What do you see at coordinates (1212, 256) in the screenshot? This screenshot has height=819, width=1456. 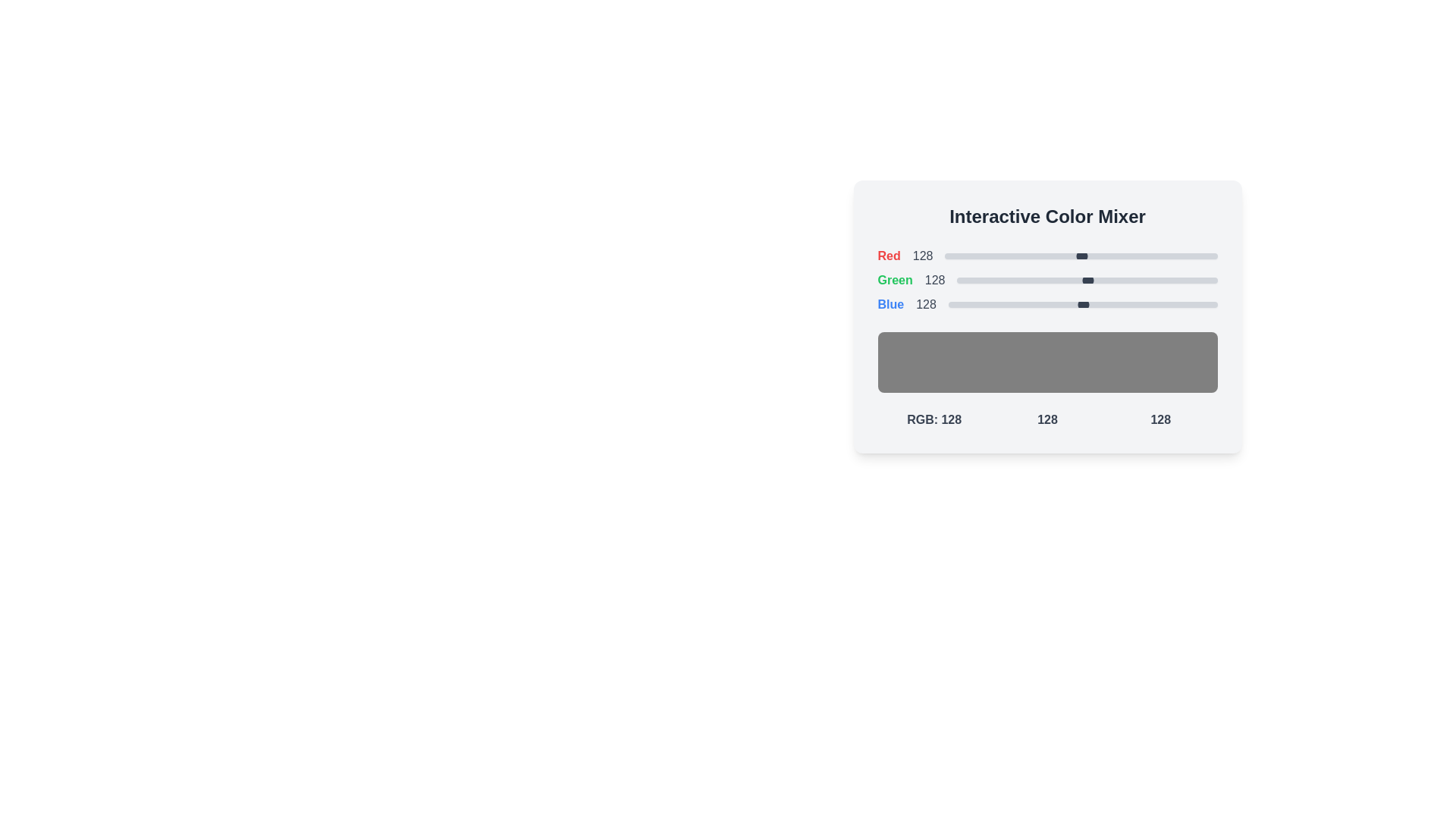 I see `the red color value` at bounding box center [1212, 256].